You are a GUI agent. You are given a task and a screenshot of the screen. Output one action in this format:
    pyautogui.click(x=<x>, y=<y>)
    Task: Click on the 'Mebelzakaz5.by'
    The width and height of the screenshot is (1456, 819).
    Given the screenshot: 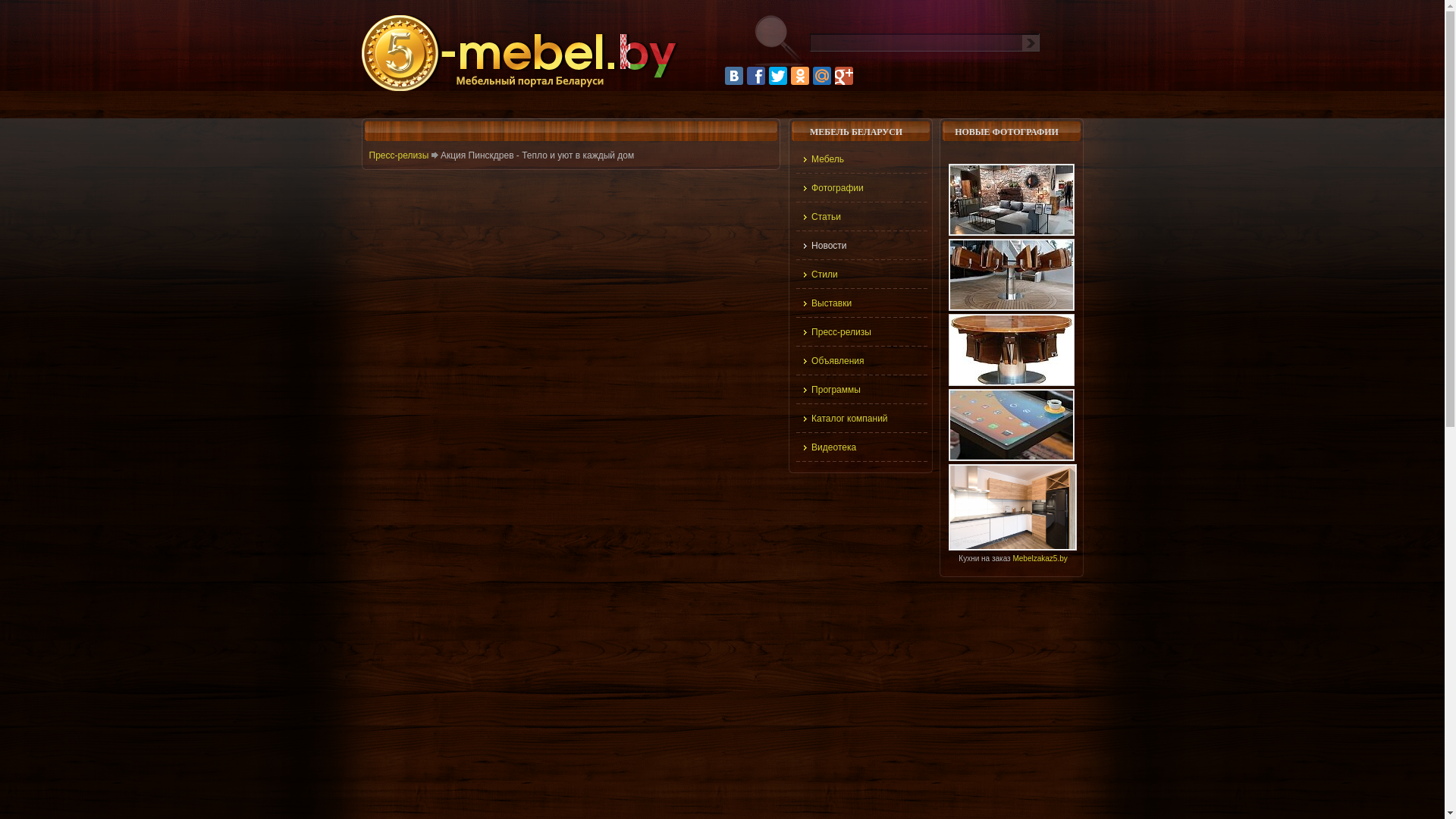 What is the action you would take?
    pyautogui.click(x=1039, y=558)
    